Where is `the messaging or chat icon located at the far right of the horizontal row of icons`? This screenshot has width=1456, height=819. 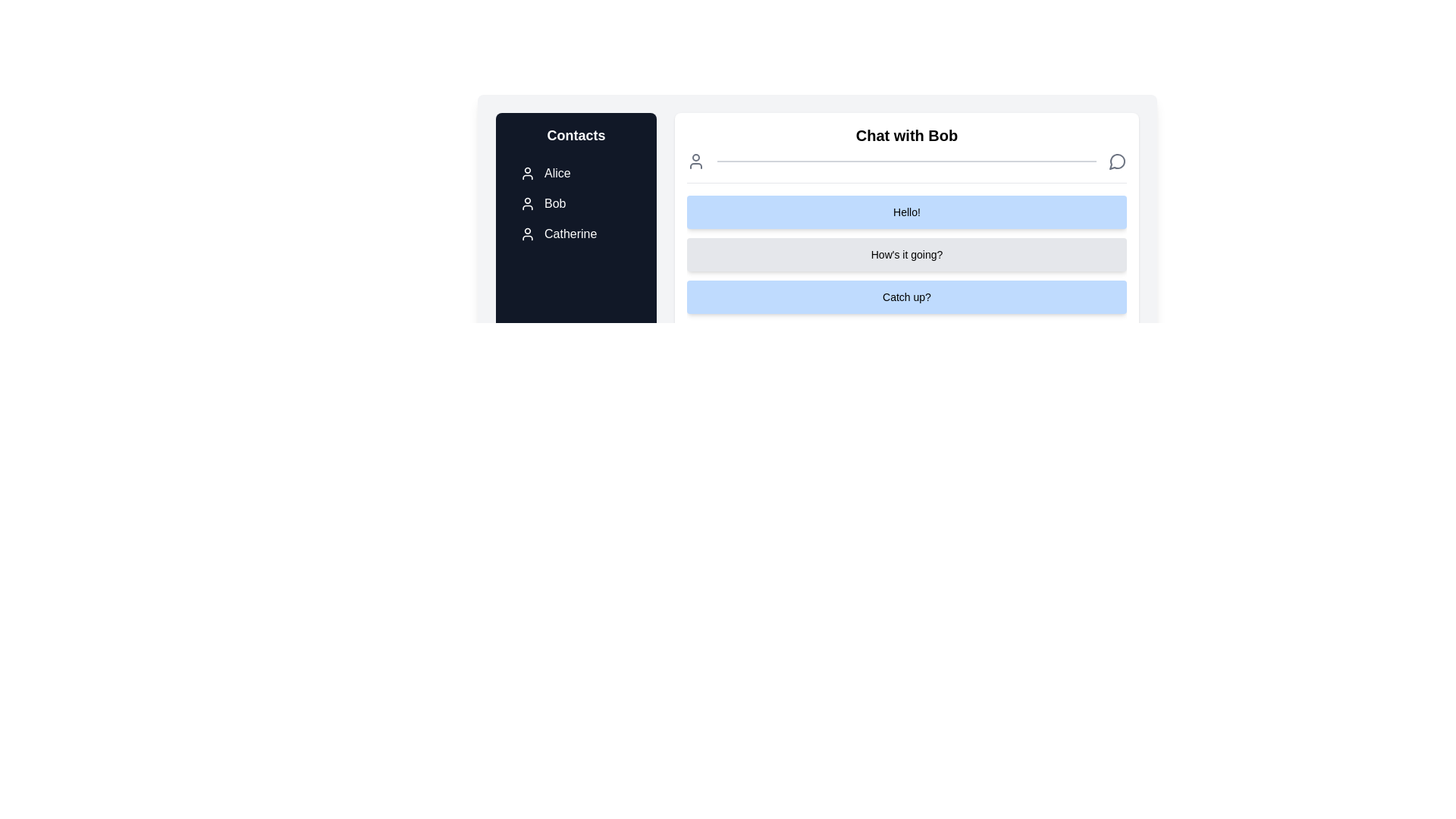 the messaging or chat icon located at the far right of the horizontal row of icons is located at coordinates (1117, 161).